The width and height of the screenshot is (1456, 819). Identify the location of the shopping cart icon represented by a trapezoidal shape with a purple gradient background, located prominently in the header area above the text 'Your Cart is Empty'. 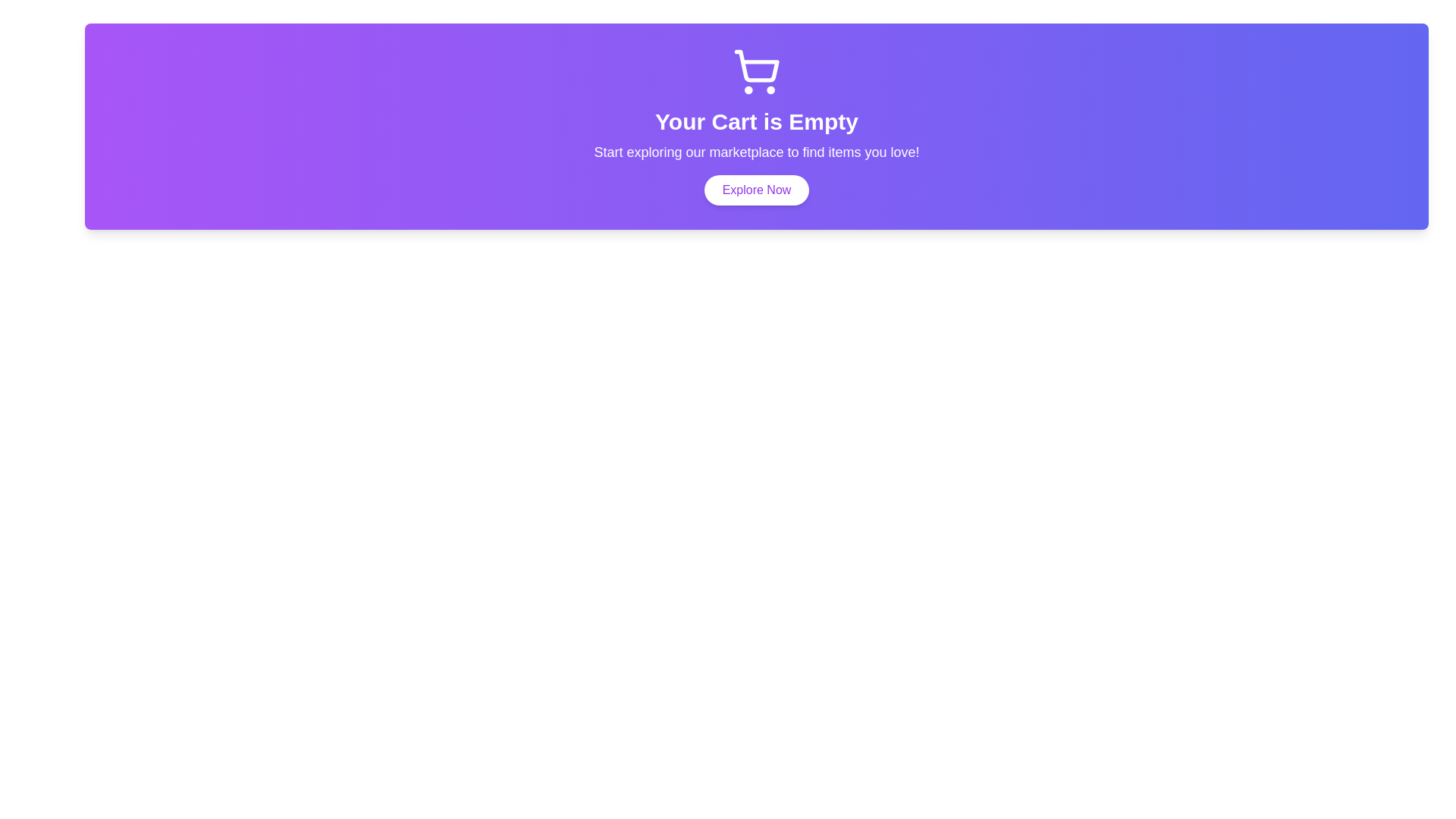
(757, 65).